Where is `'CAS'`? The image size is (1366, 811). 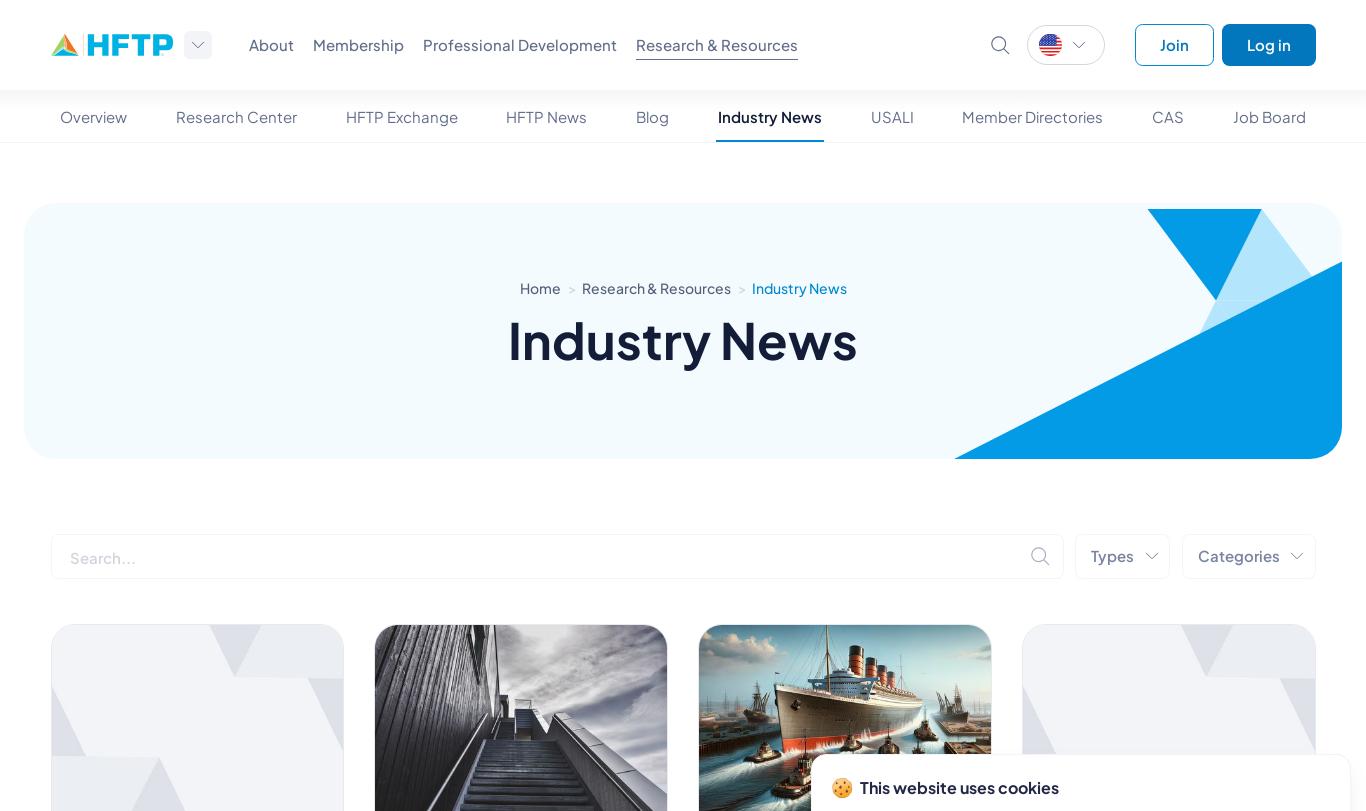
'CAS' is located at coordinates (1168, 116).